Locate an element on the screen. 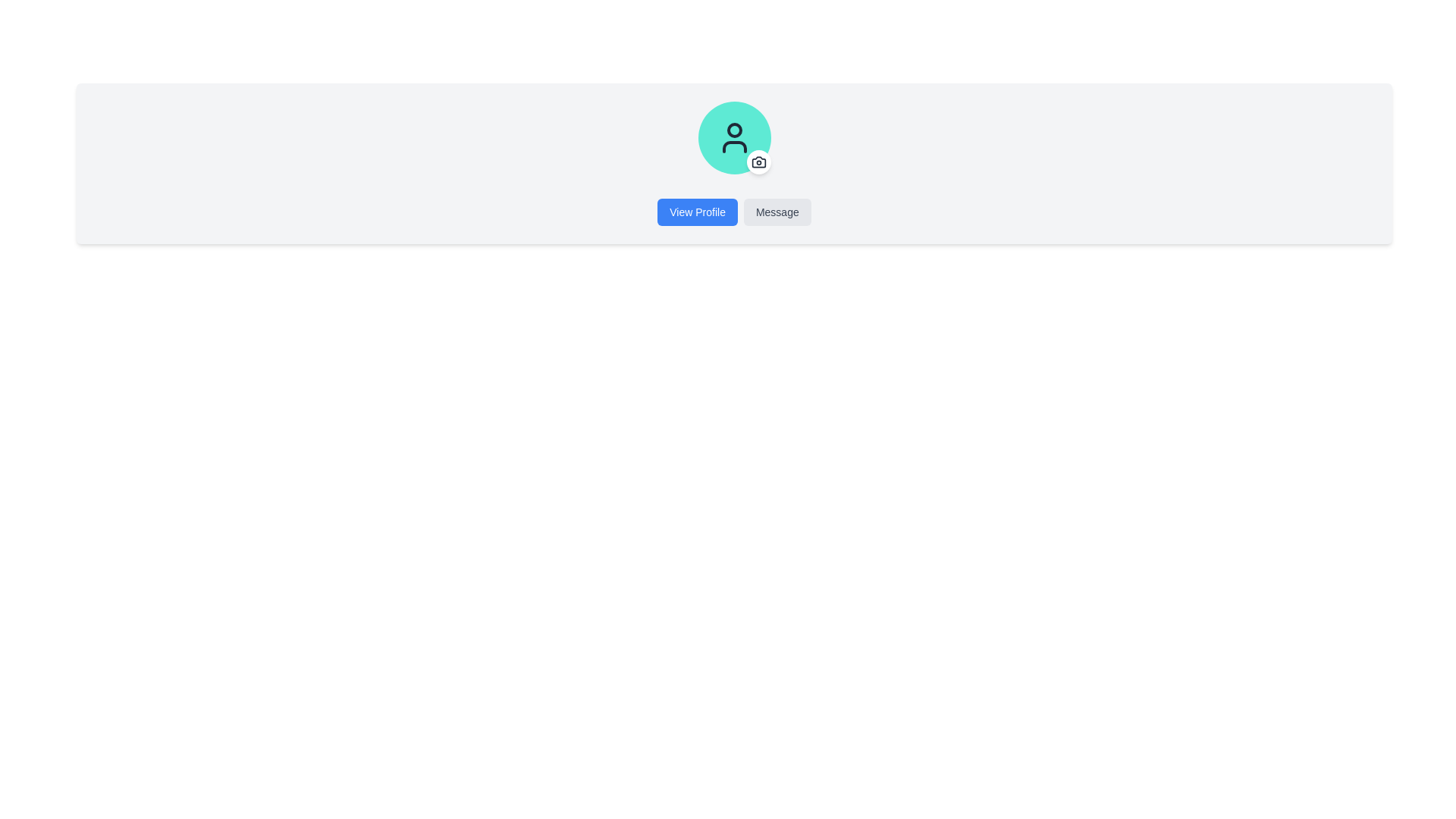 The height and width of the screenshot is (819, 1456). the small camera icon located at the bottom-right corner of the circular profile picture is located at coordinates (758, 162).